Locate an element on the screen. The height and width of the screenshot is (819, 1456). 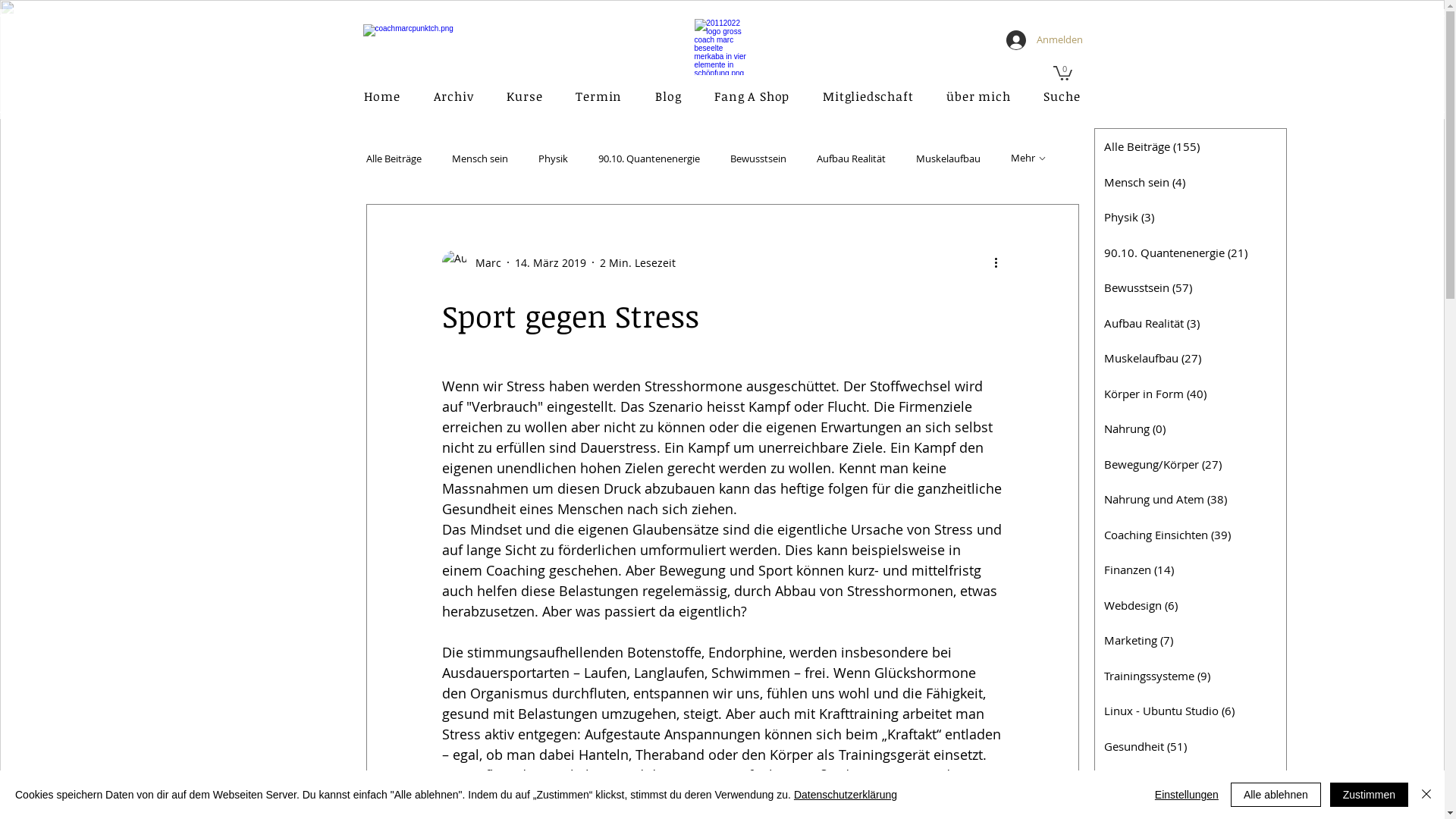
'Blog' is located at coordinates (667, 96).